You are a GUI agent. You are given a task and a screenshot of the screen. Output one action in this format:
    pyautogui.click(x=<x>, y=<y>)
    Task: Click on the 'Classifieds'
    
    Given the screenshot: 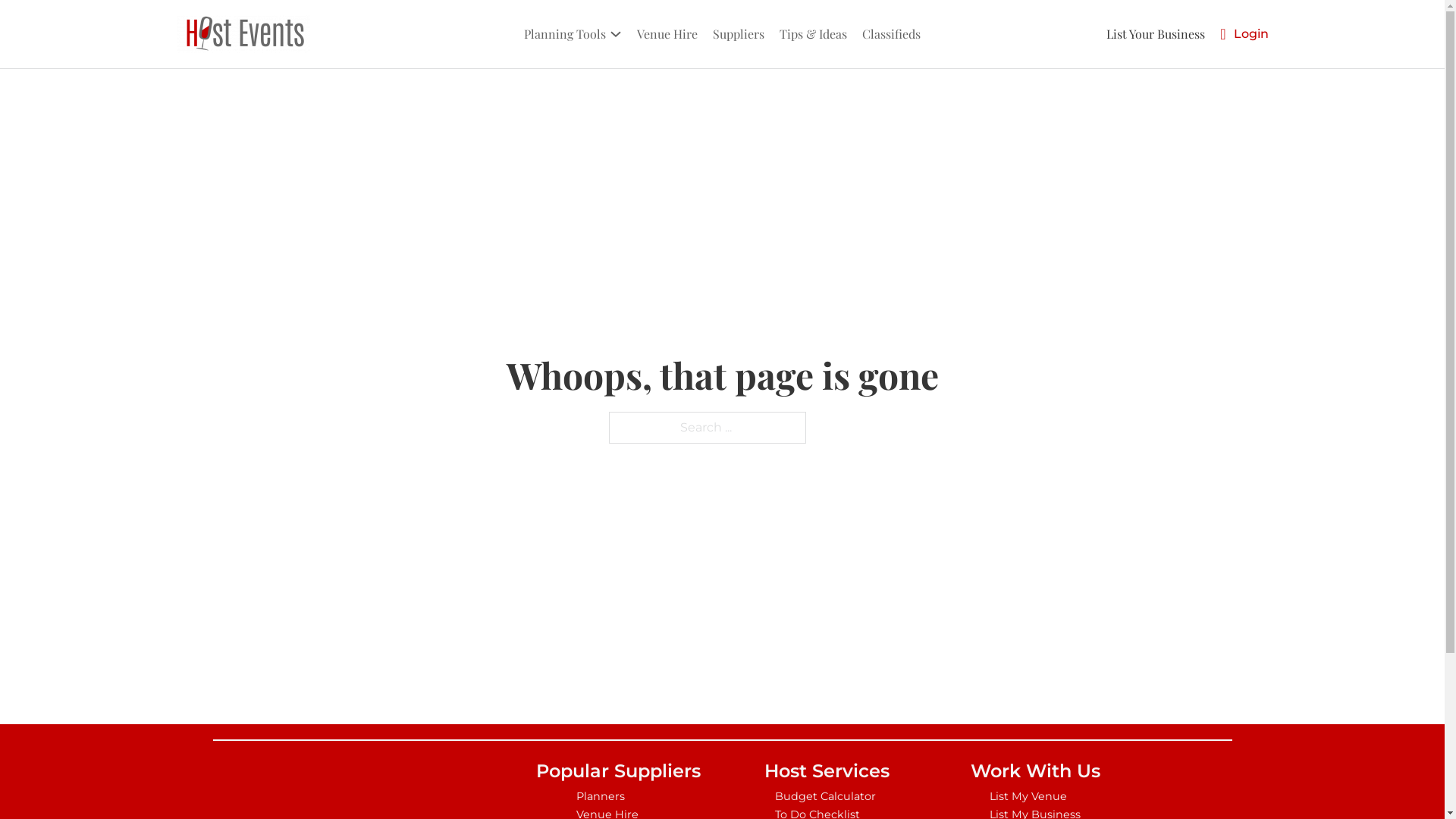 What is the action you would take?
    pyautogui.click(x=891, y=33)
    